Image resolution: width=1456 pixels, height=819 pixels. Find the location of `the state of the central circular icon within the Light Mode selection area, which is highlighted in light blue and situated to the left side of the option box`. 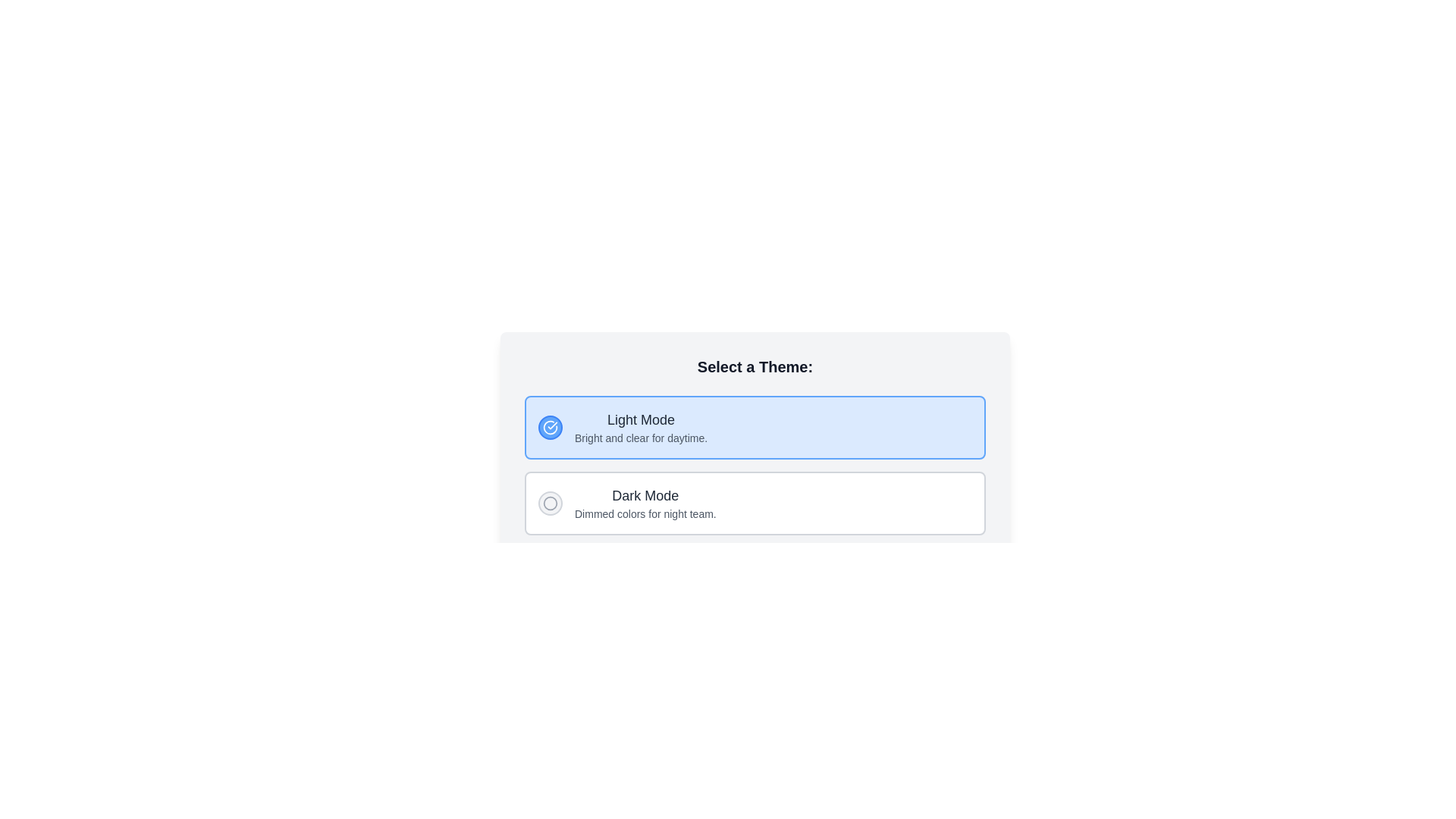

the state of the central circular icon within the Light Mode selection area, which is highlighted in light blue and situated to the left side of the option box is located at coordinates (549, 503).